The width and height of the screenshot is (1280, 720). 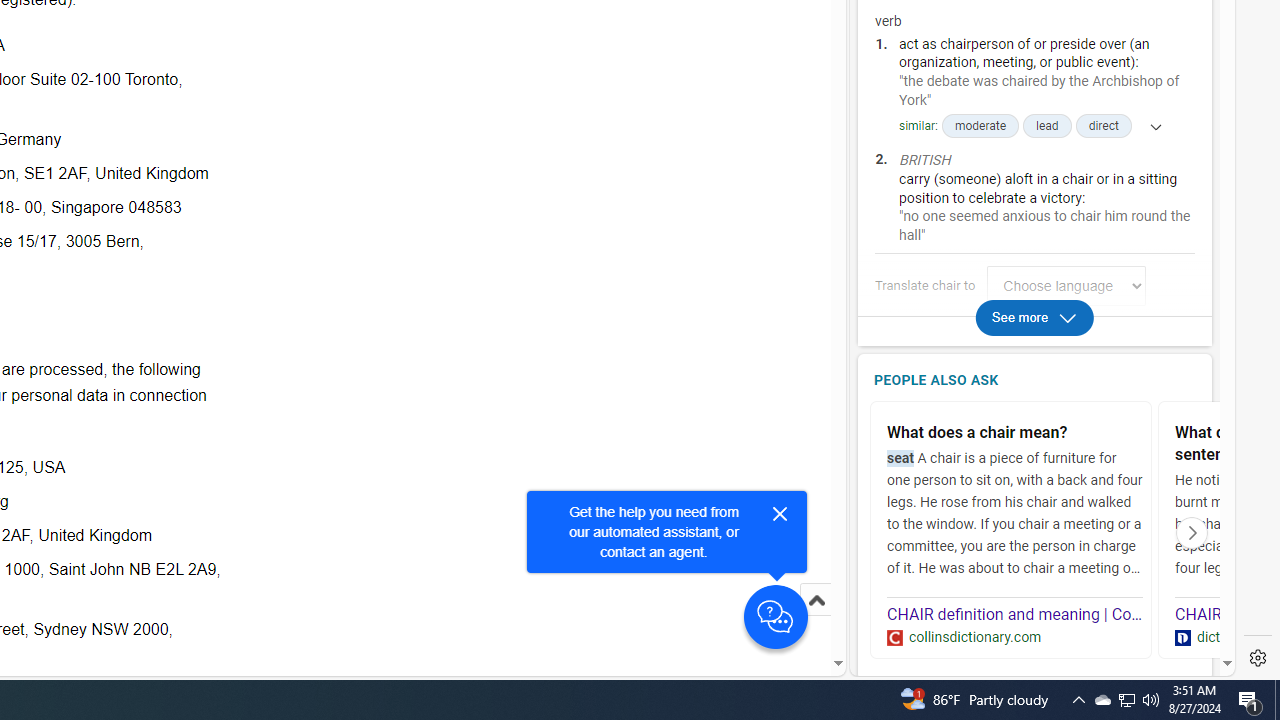 What do you see at coordinates (1015, 432) in the screenshot?
I see `'What does a chair mean?'` at bounding box center [1015, 432].